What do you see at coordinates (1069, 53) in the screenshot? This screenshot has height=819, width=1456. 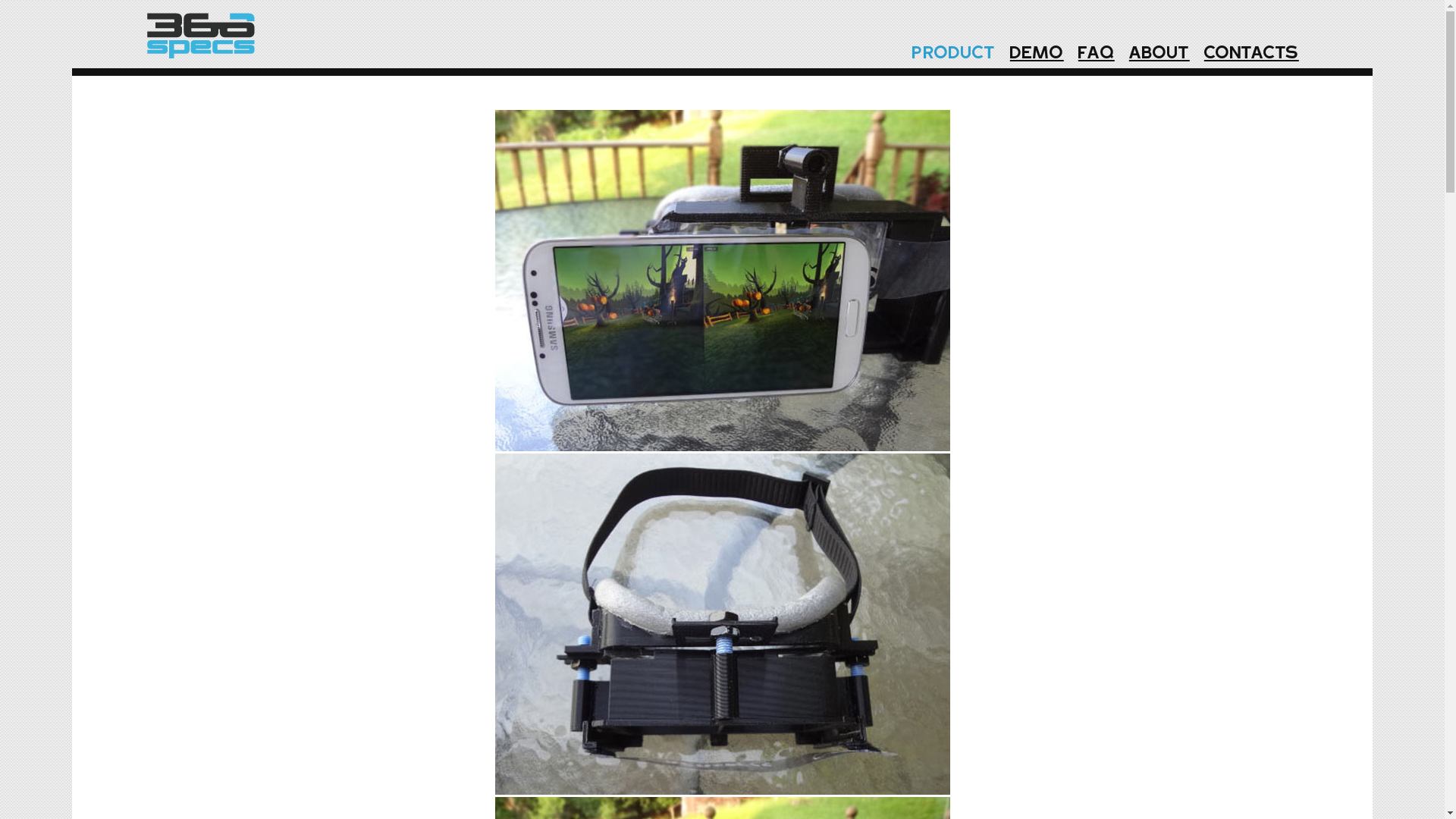 I see `'FAQ'` at bounding box center [1069, 53].